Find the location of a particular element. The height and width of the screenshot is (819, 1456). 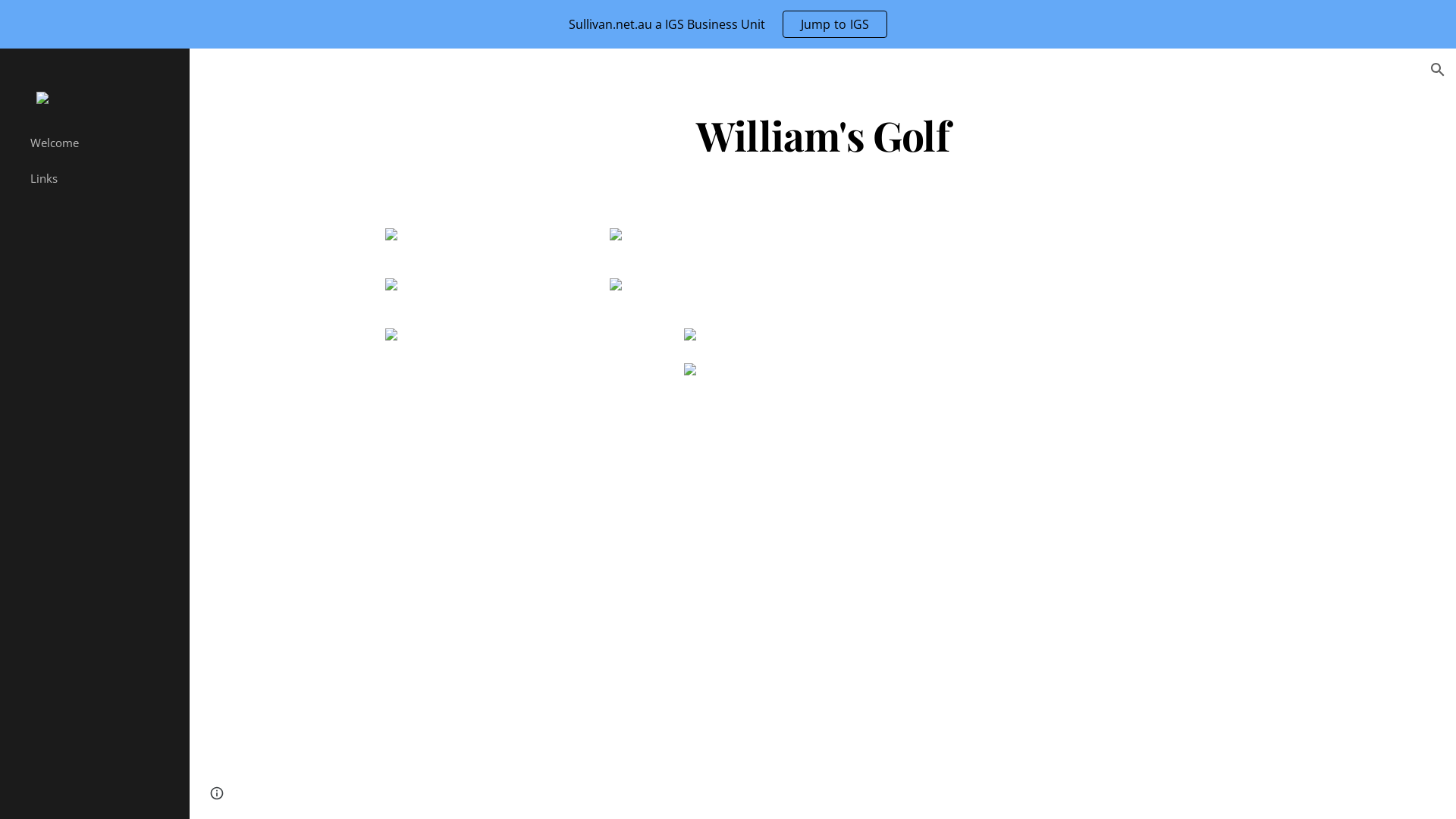

'Jump to IGS' is located at coordinates (834, 24).